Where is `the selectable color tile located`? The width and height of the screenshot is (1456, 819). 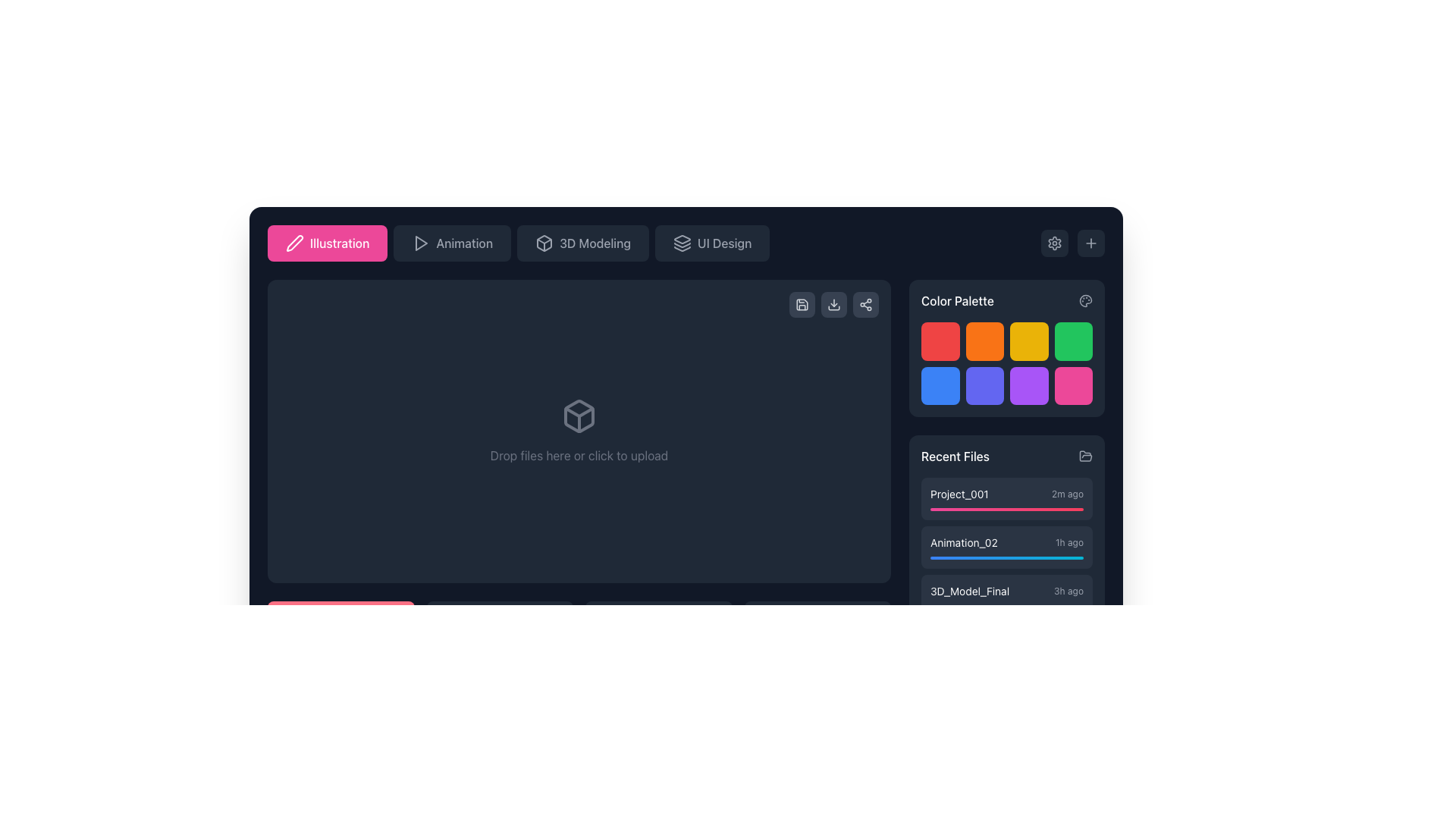 the selectable color tile located is located at coordinates (940, 384).